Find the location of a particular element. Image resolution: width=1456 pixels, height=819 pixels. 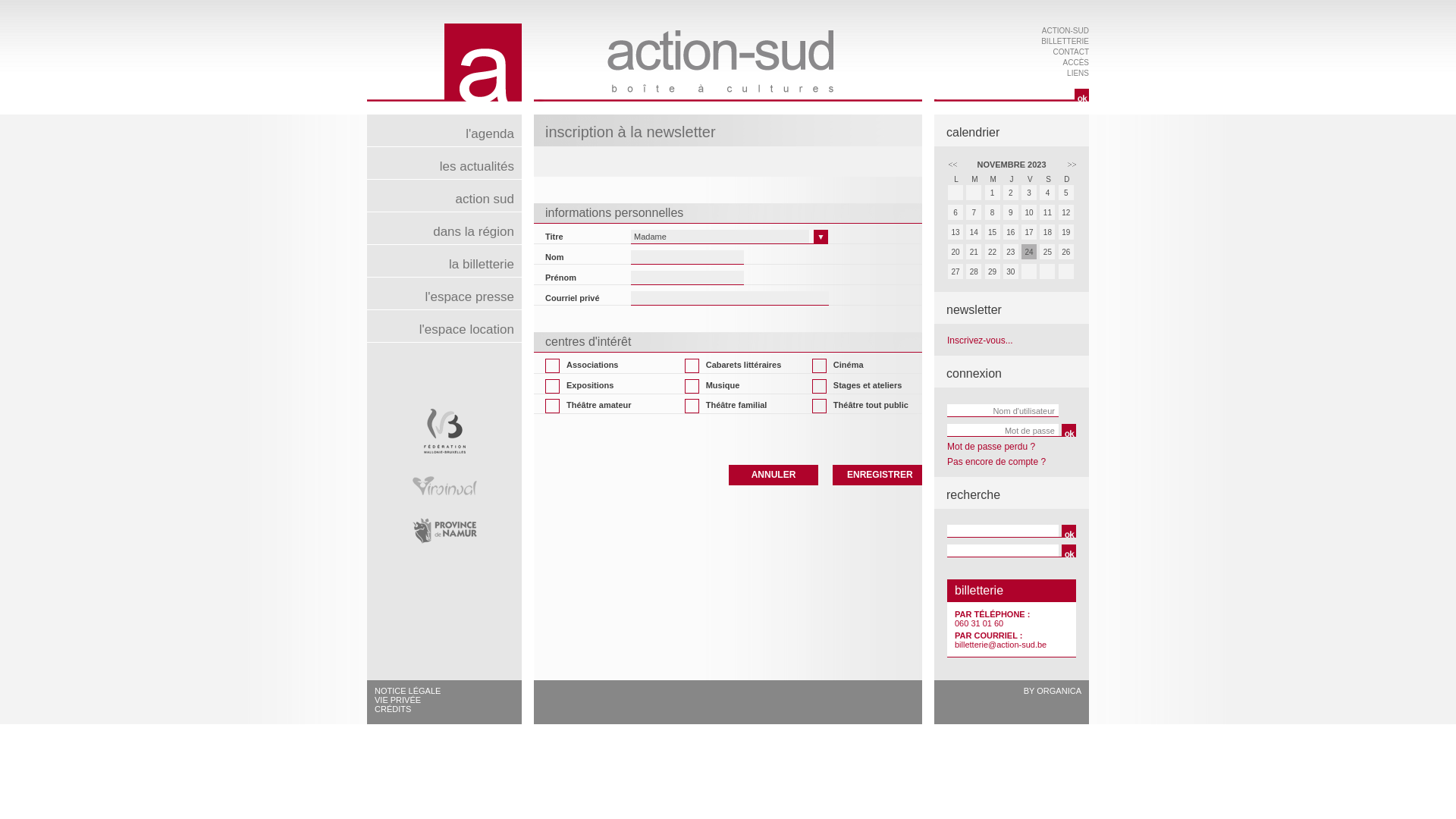

'2' is located at coordinates (1002, 193).